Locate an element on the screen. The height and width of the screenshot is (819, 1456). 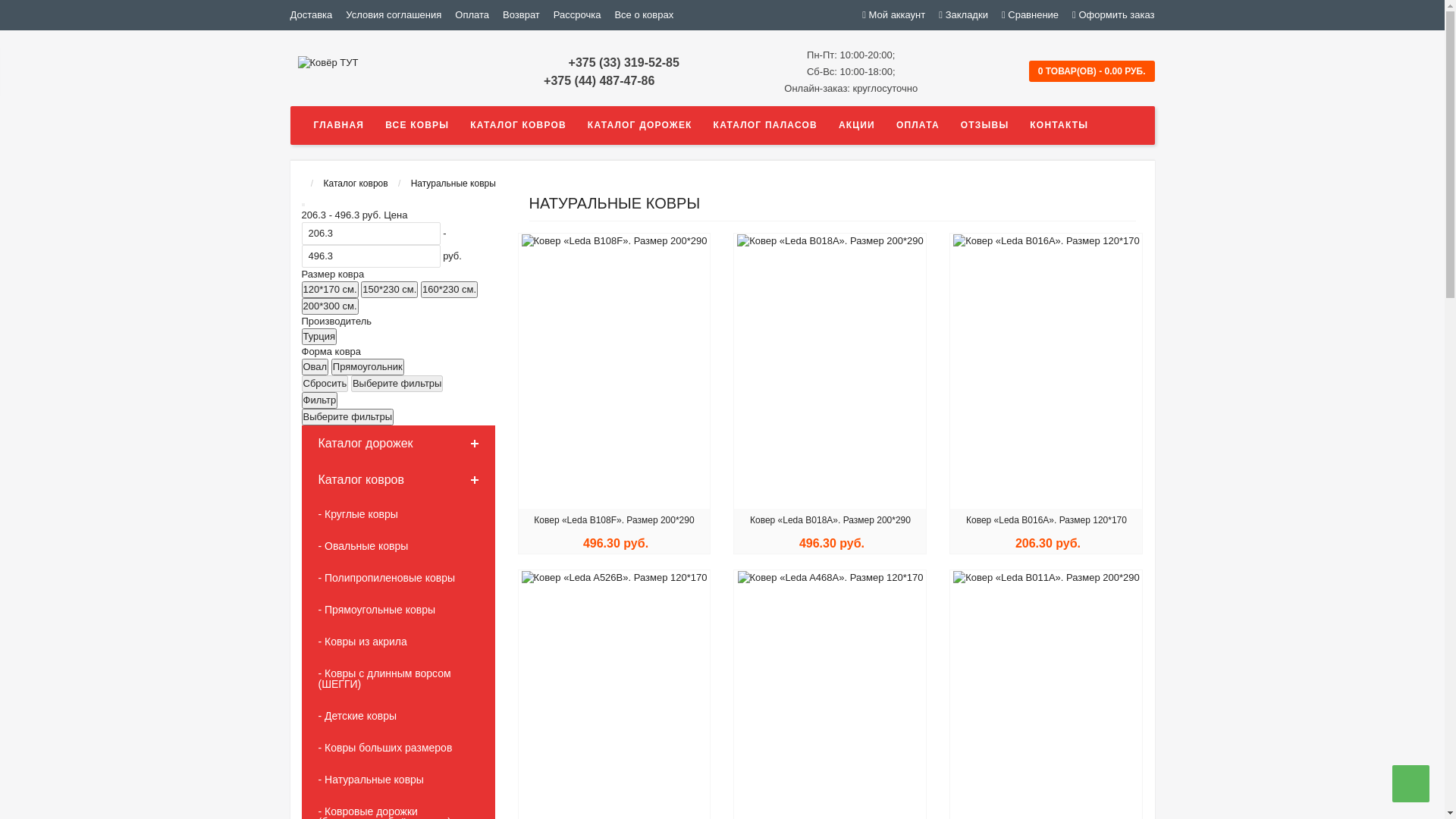
'+375 (33) 319-52-85' is located at coordinates (623, 61).